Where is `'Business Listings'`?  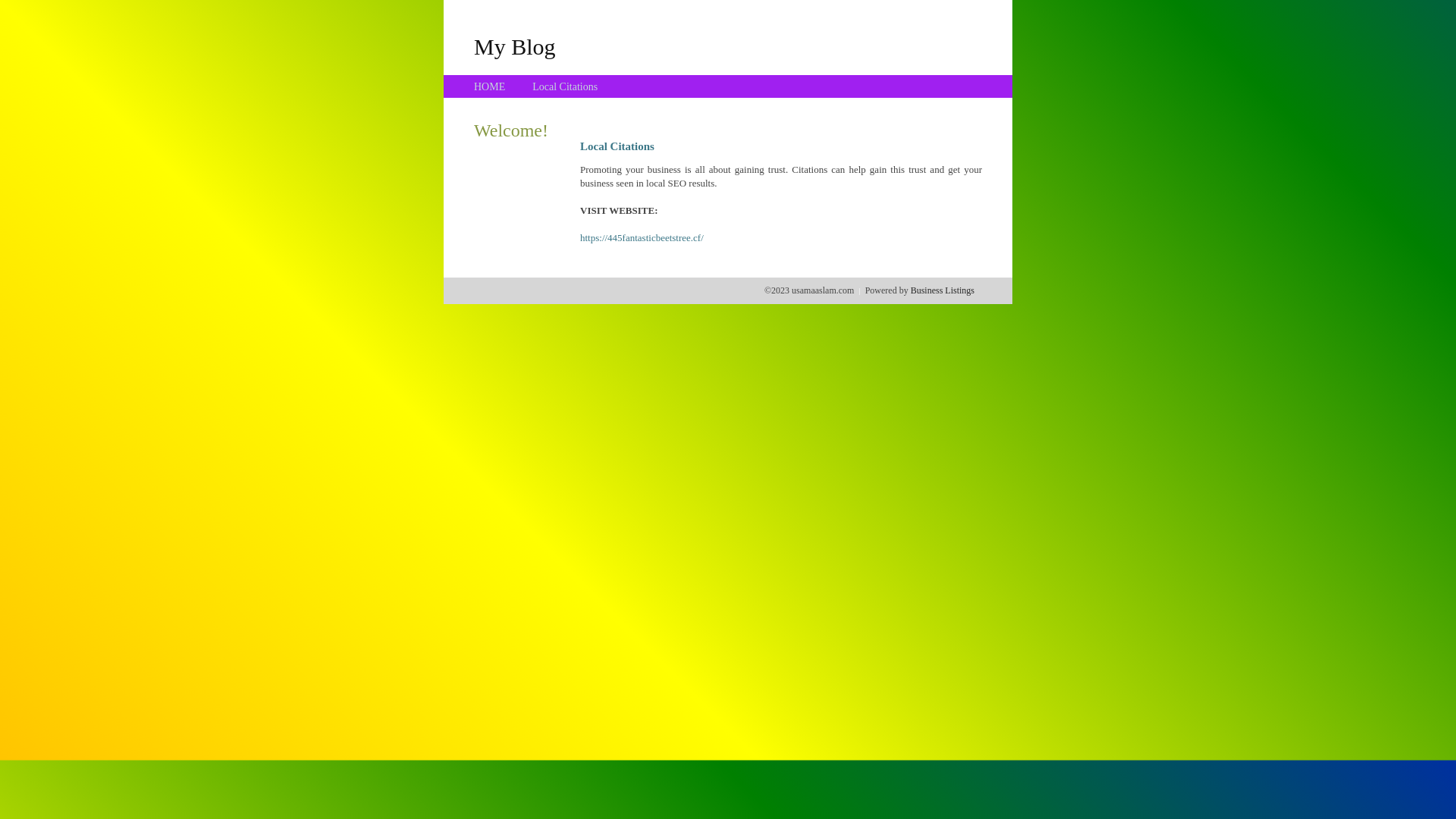 'Business Listings' is located at coordinates (942, 290).